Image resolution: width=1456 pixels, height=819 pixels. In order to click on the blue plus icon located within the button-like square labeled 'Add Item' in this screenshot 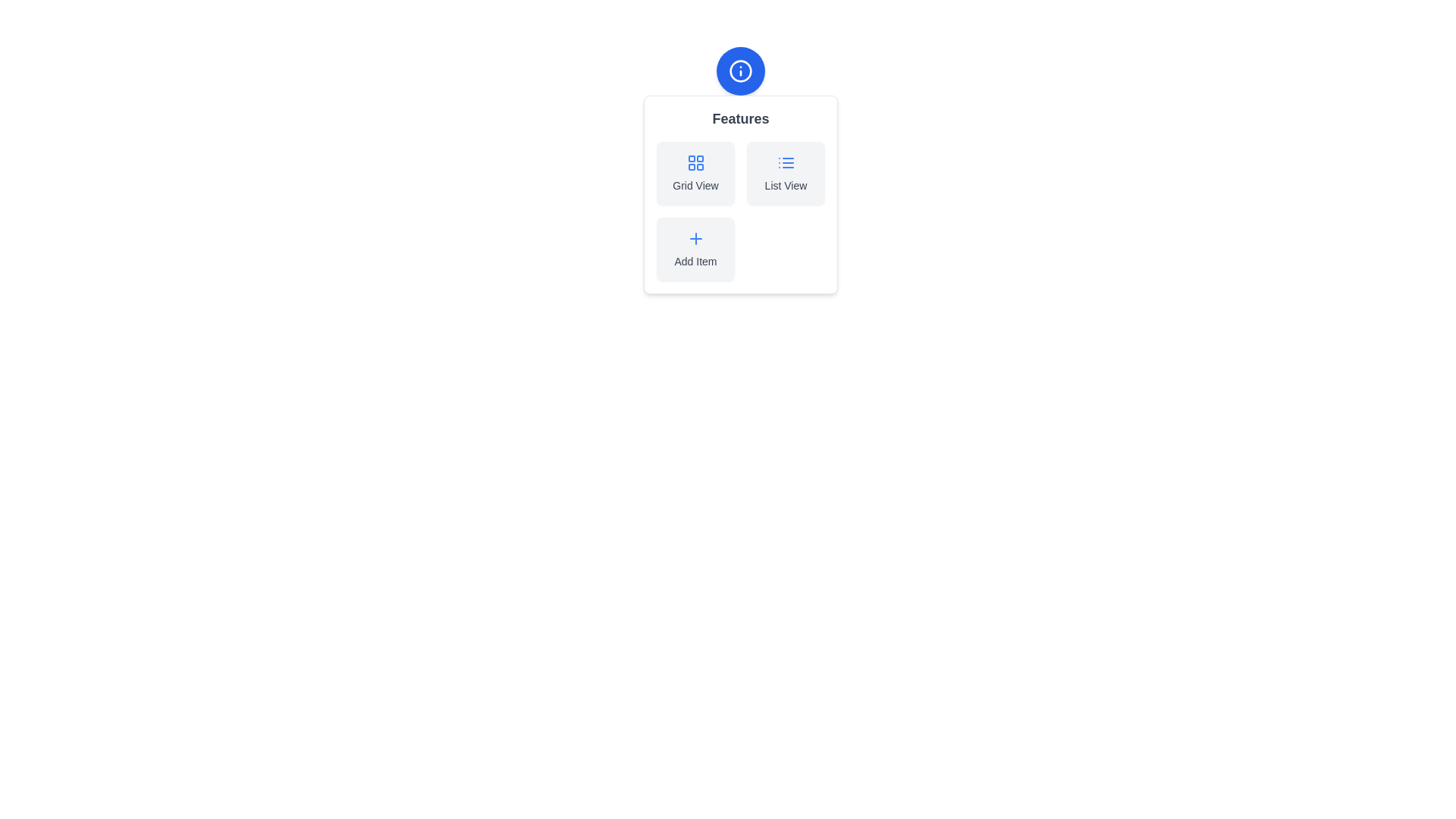, I will do `click(695, 239)`.